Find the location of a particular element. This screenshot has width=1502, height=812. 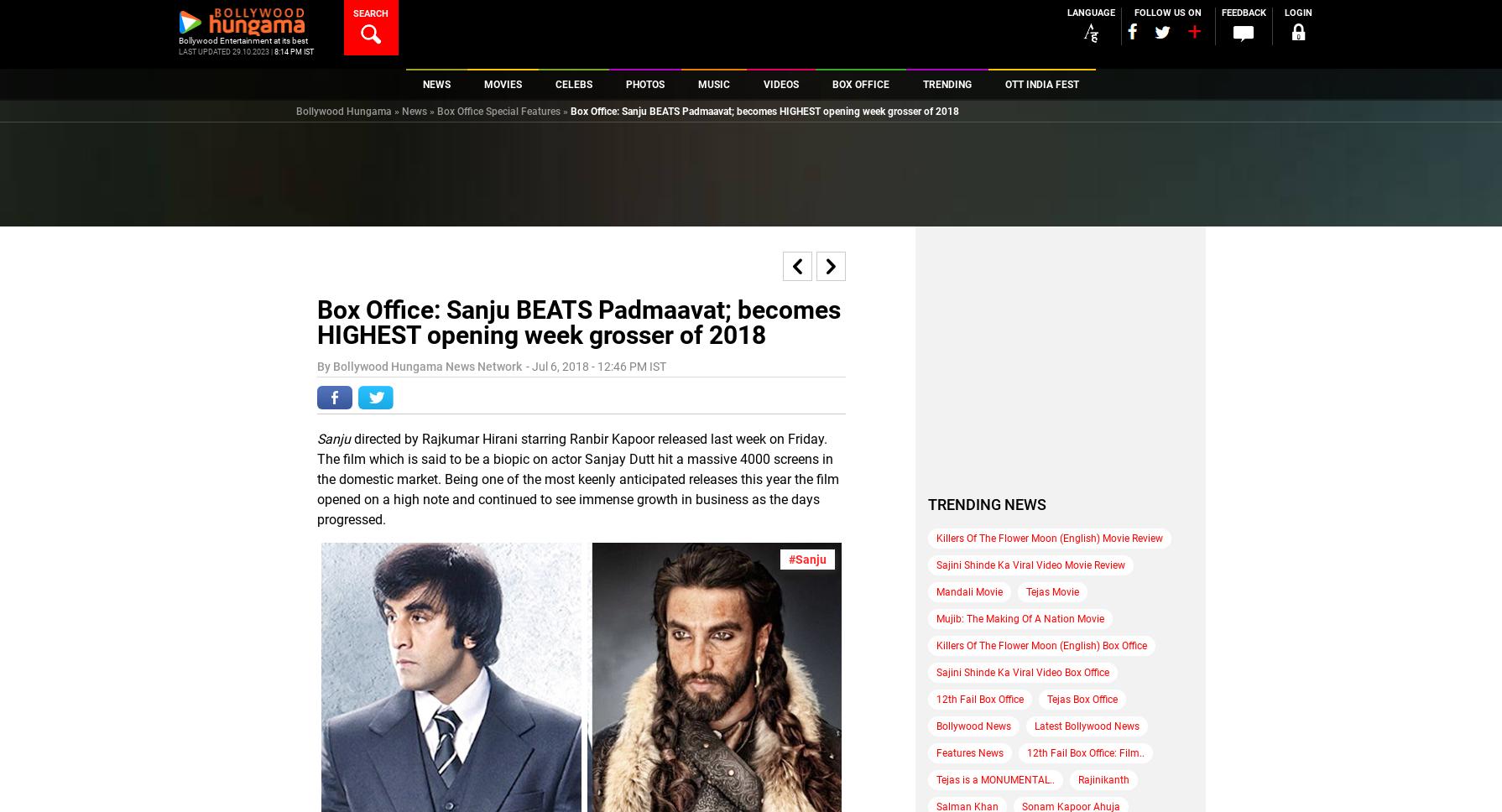

'Tejas Movie' is located at coordinates (1052, 590).